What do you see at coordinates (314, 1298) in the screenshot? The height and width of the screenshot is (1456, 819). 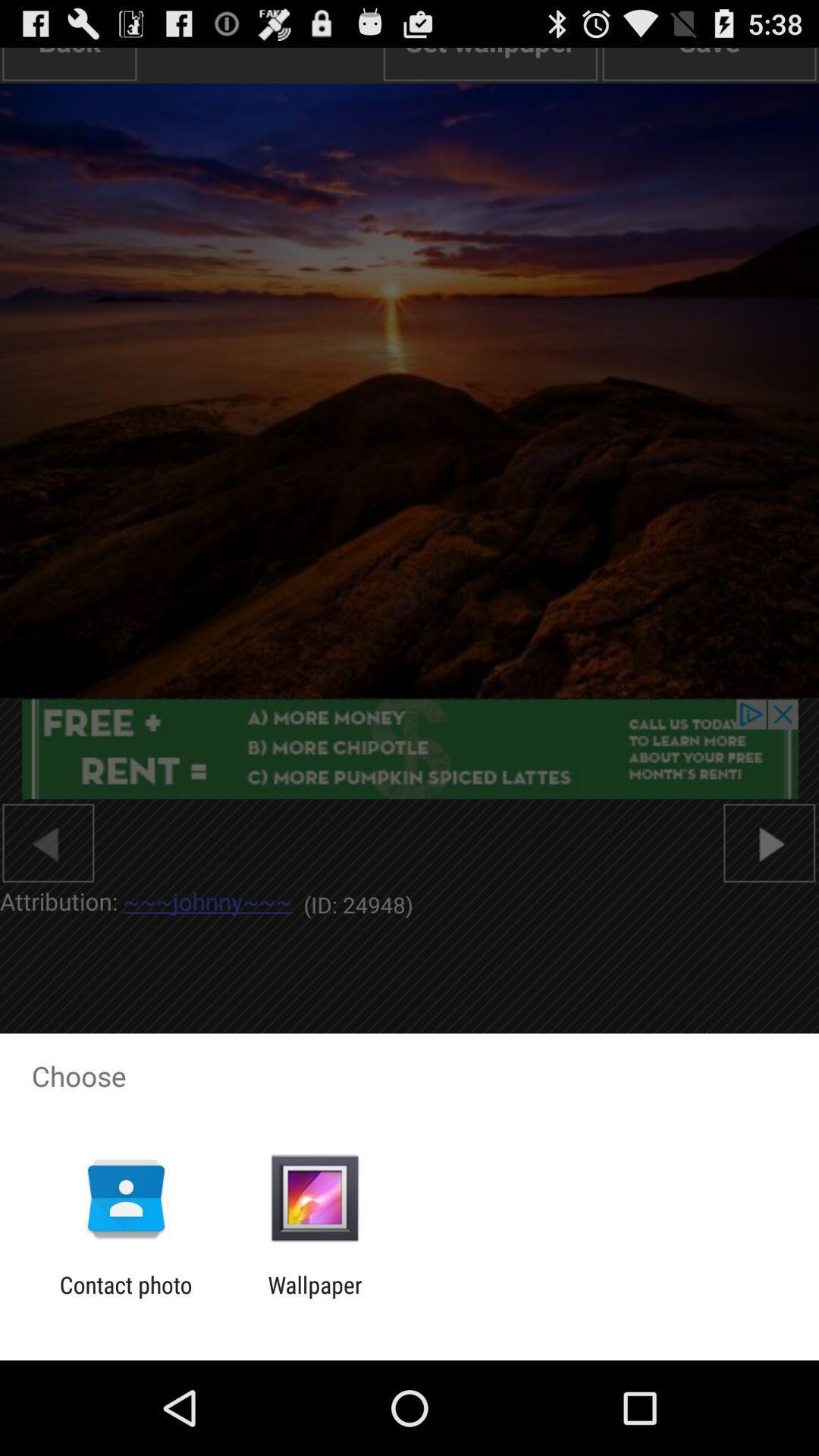 I see `item to the right of contact photo` at bounding box center [314, 1298].